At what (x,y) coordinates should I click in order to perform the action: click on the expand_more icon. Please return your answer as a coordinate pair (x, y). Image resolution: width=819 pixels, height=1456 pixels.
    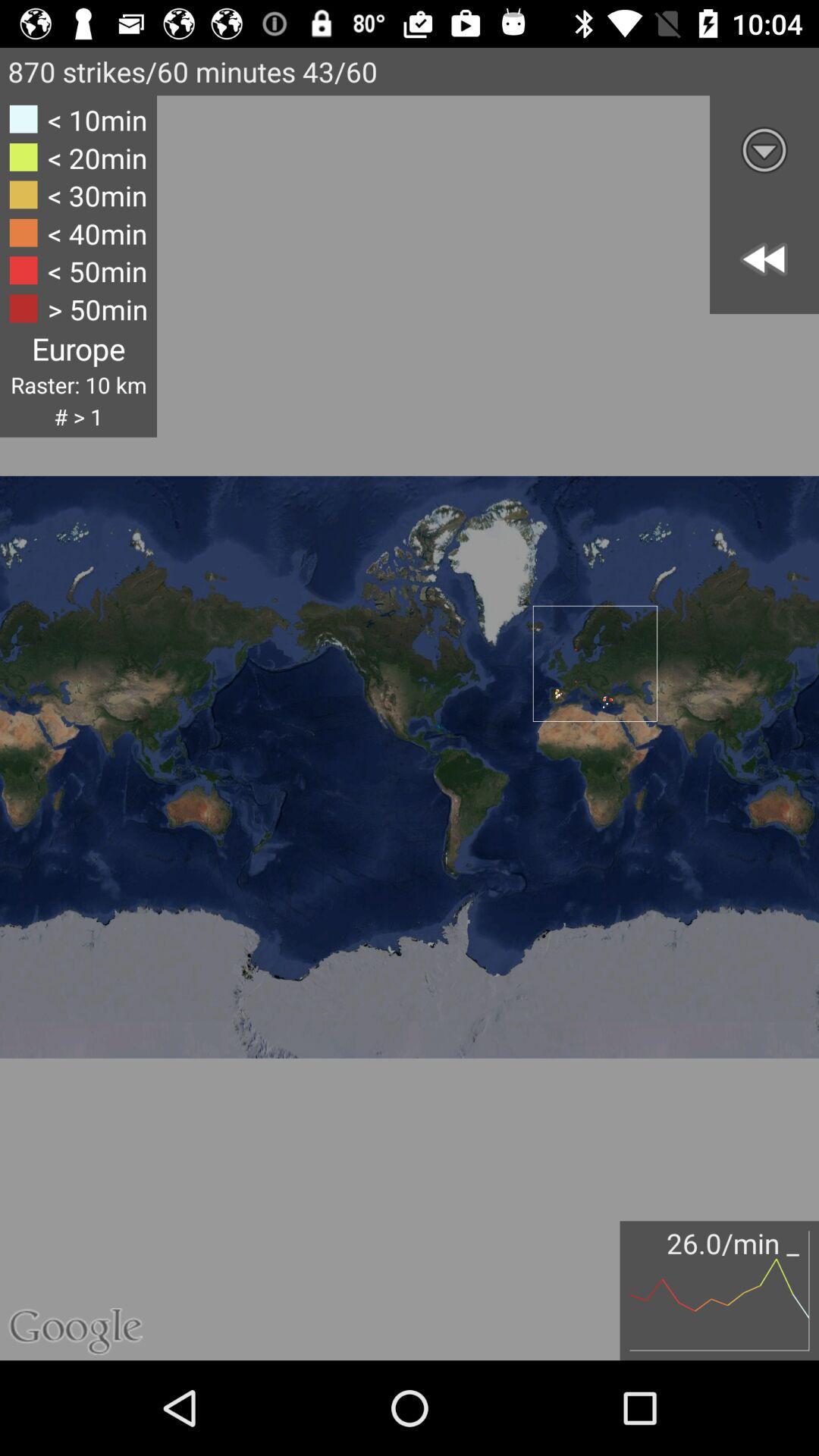
    Looking at the image, I should click on (764, 149).